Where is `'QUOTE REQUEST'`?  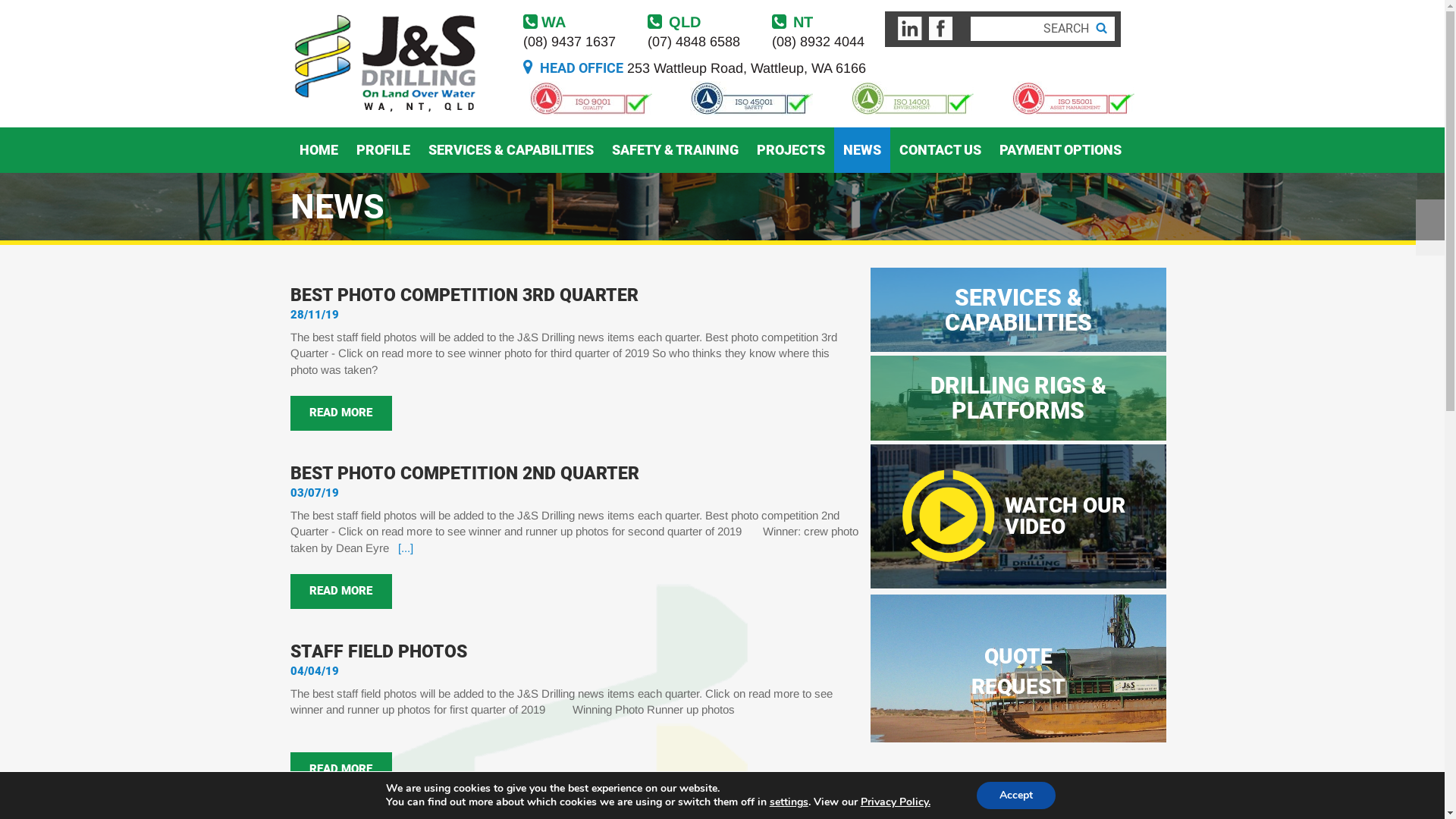 'QUOTE REQUEST' is located at coordinates (1018, 667).